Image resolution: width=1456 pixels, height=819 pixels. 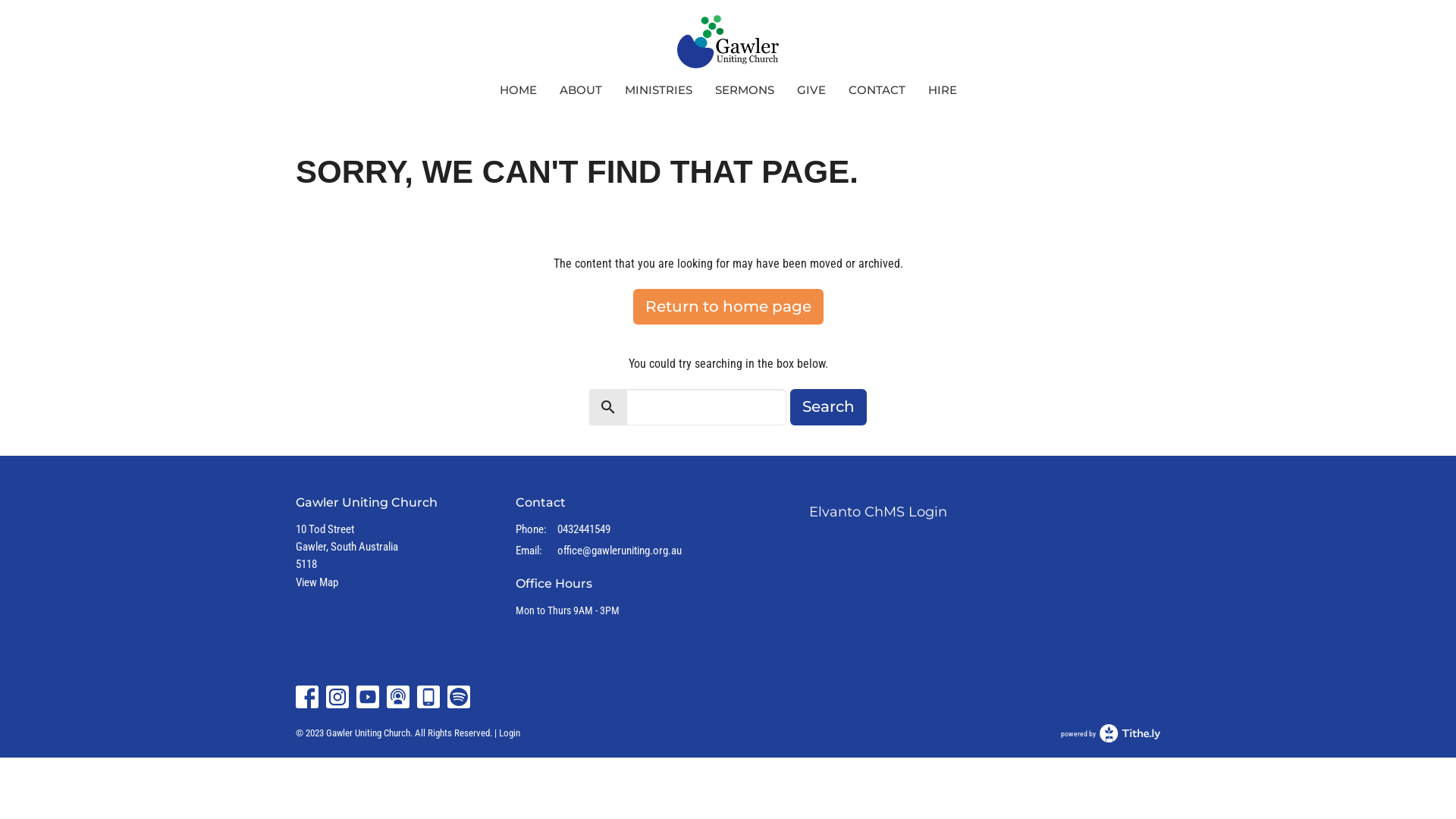 I want to click on 'Search', so click(x=827, y=406).